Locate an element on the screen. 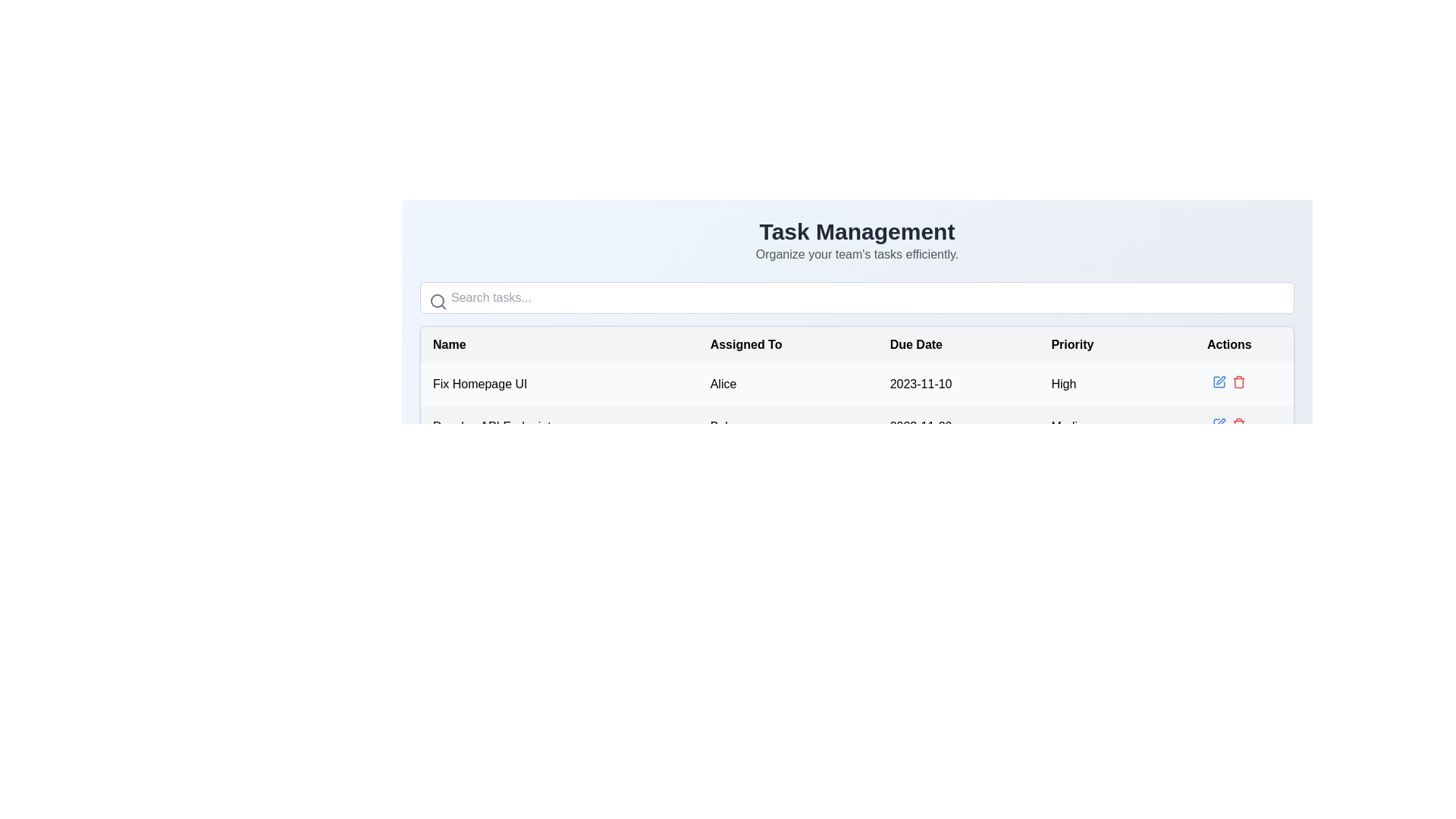 This screenshot has height=819, width=1456. the 'Edit' icon located in the 'Actions' column of the task table to initiate the edit function for the associated task is located at coordinates (1221, 422).